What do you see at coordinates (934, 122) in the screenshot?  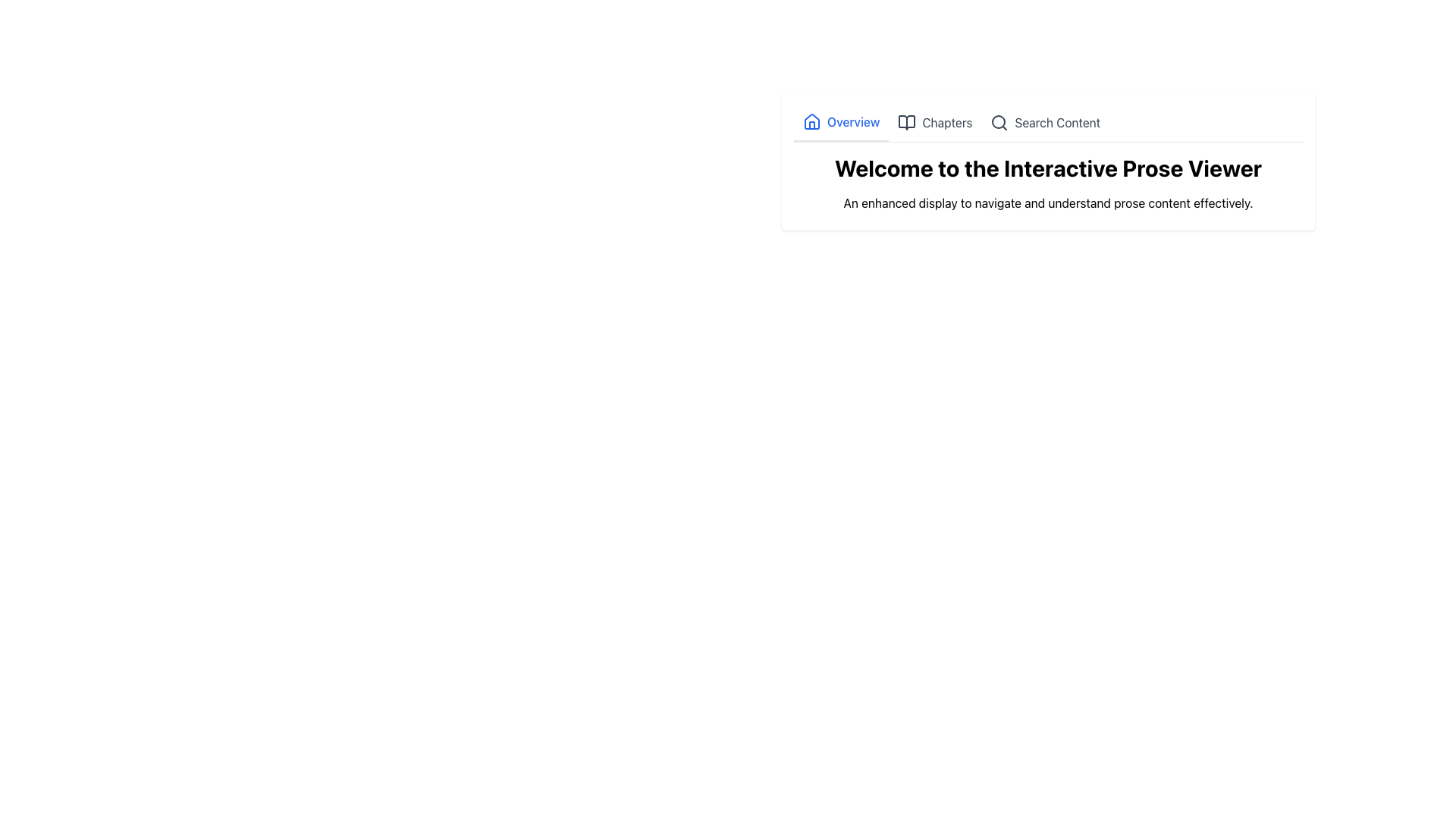 I see `the second Navigation Tab in the horizontal navigation bar` at bounding box center [934, 122].